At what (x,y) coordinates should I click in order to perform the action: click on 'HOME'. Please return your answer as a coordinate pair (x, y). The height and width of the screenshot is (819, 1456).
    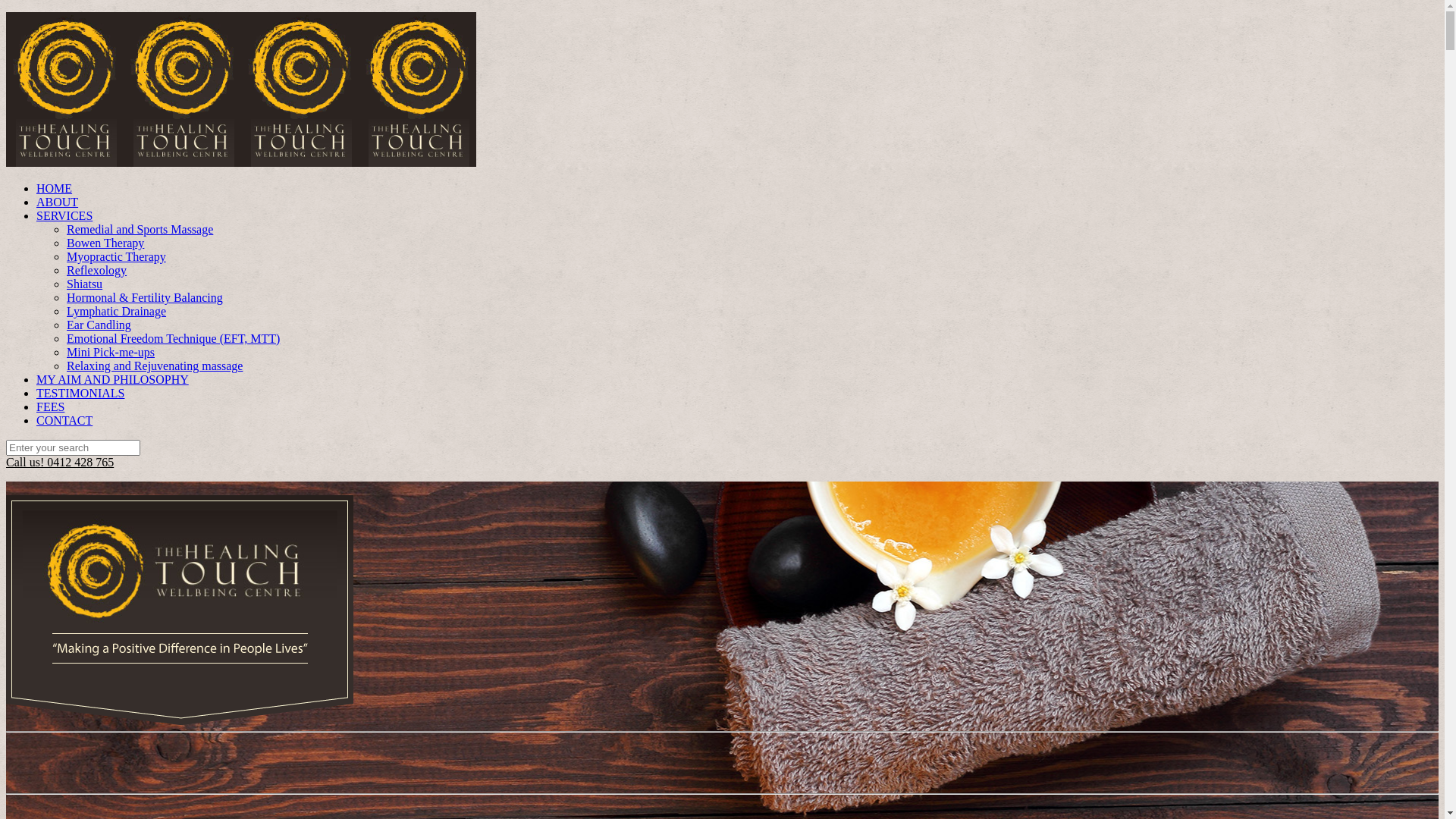
    Looking at the image, I should click on (54, 187).